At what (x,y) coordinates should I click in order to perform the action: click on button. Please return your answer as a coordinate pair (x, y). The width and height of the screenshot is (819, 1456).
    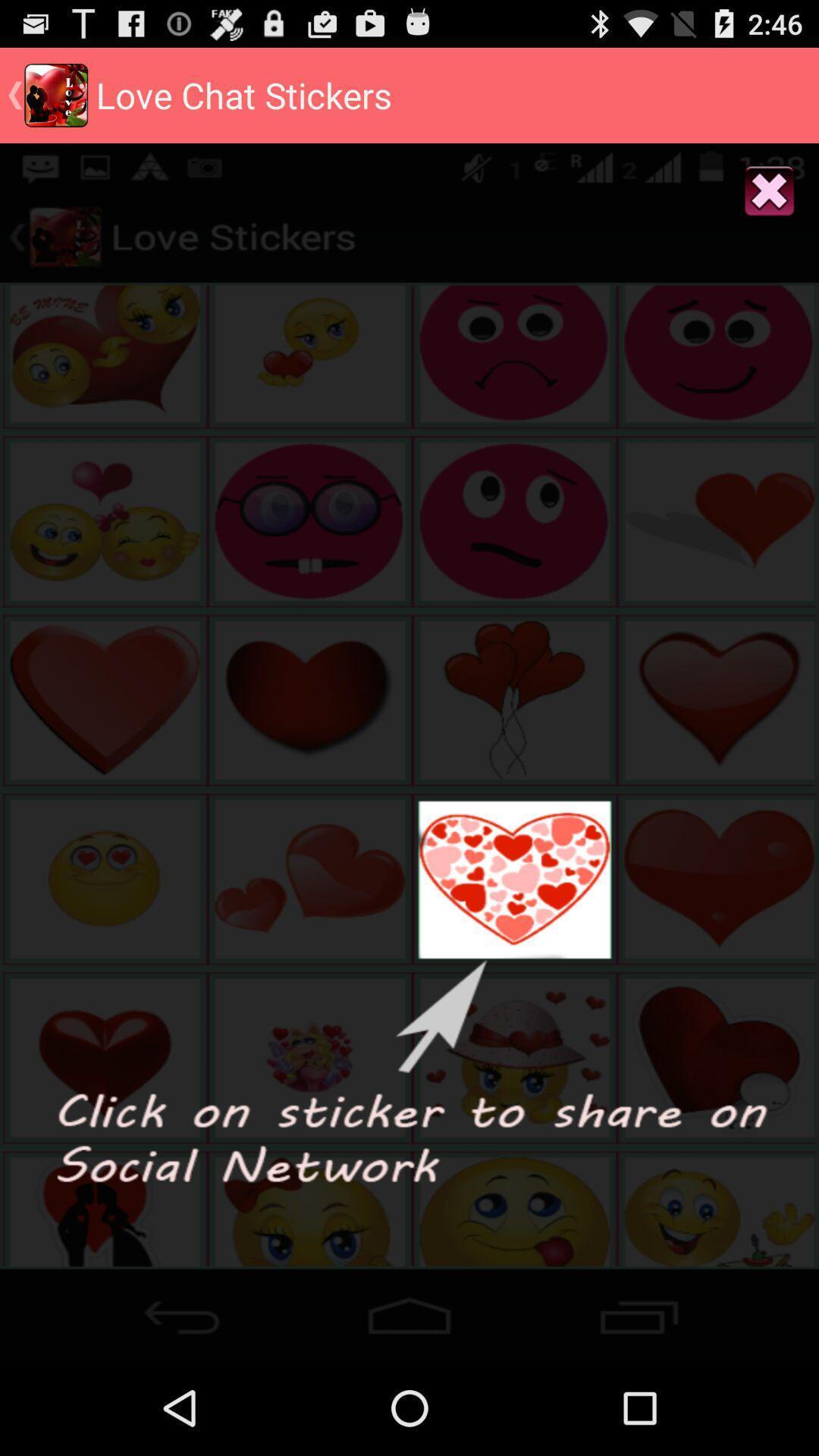
    Looking at the image, I should click on (770, 191).